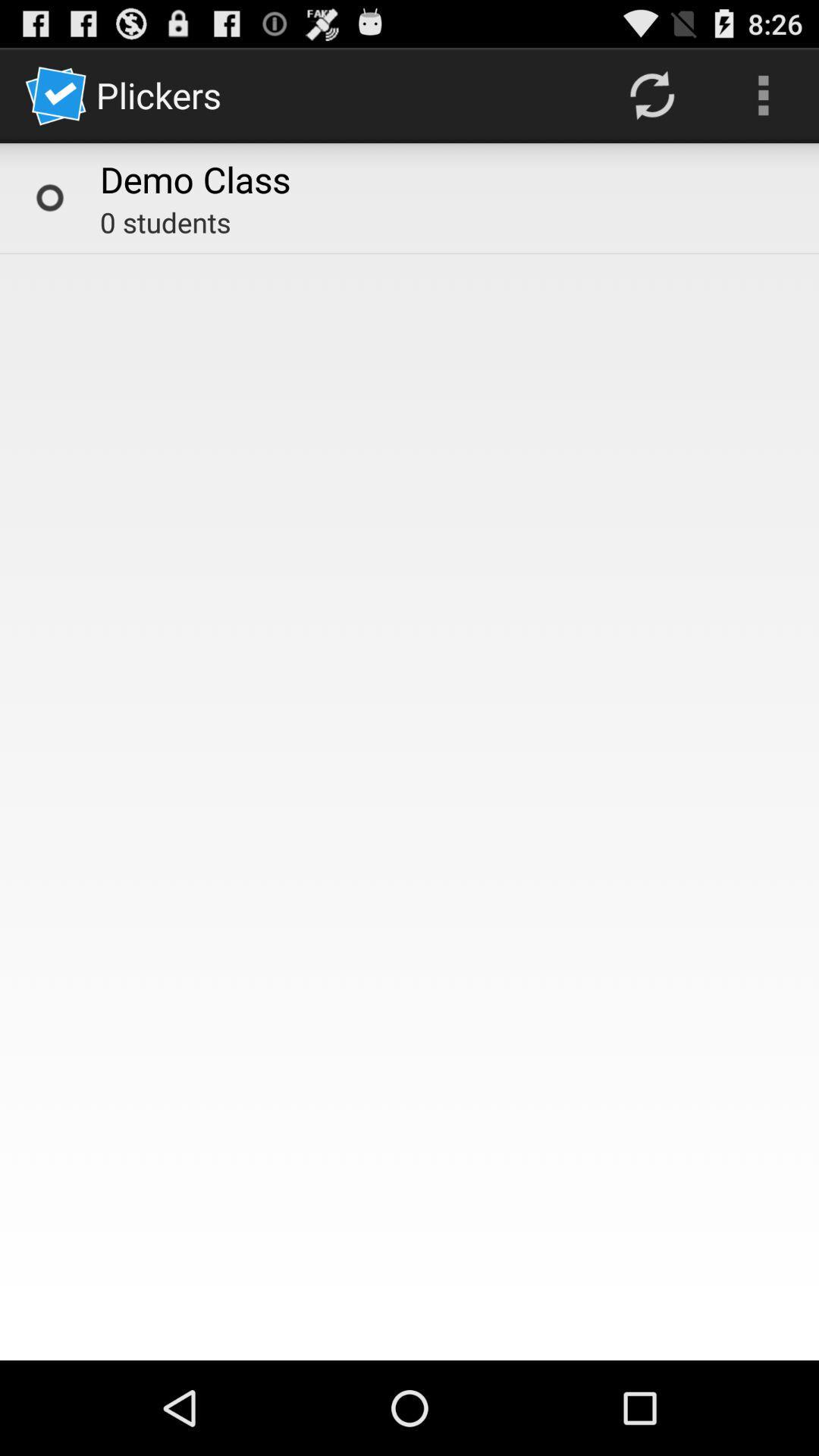  Describe the element at coordinates (651, 94) in the screenshot. I see `the item to the right of demo class` at that location.